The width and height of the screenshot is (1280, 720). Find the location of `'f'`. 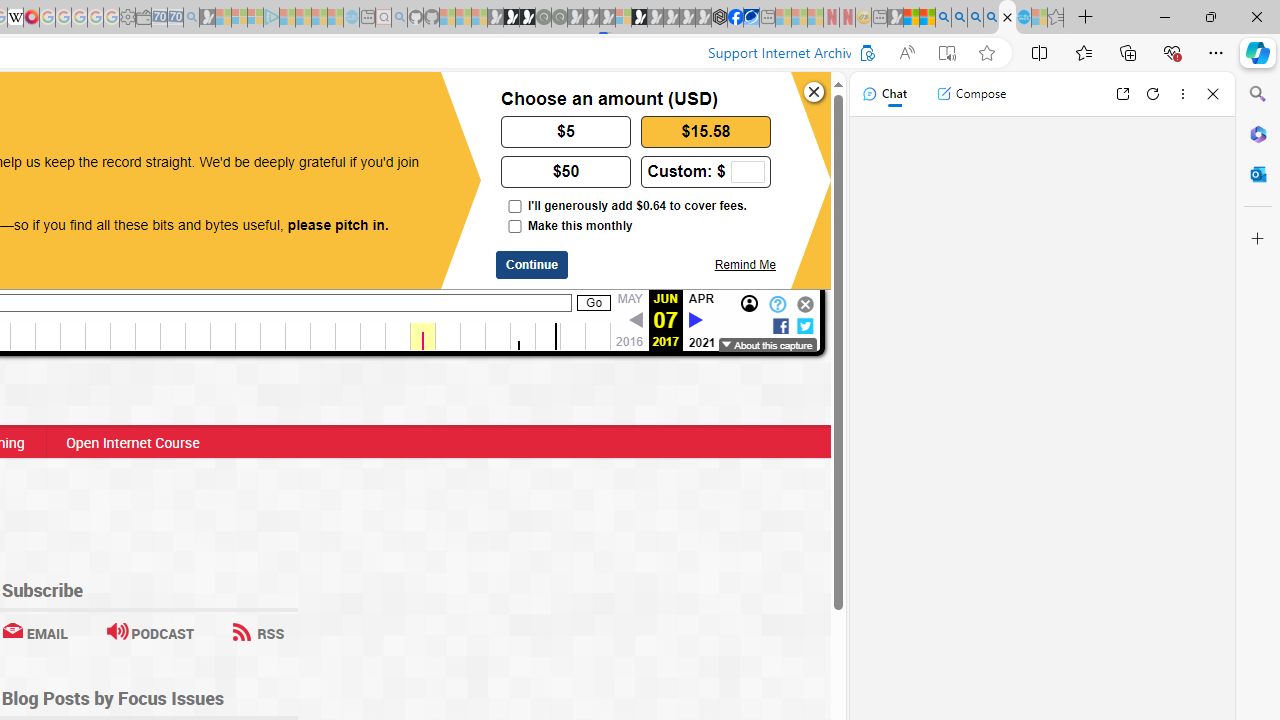

'f' is located at coordinates (779, 324).